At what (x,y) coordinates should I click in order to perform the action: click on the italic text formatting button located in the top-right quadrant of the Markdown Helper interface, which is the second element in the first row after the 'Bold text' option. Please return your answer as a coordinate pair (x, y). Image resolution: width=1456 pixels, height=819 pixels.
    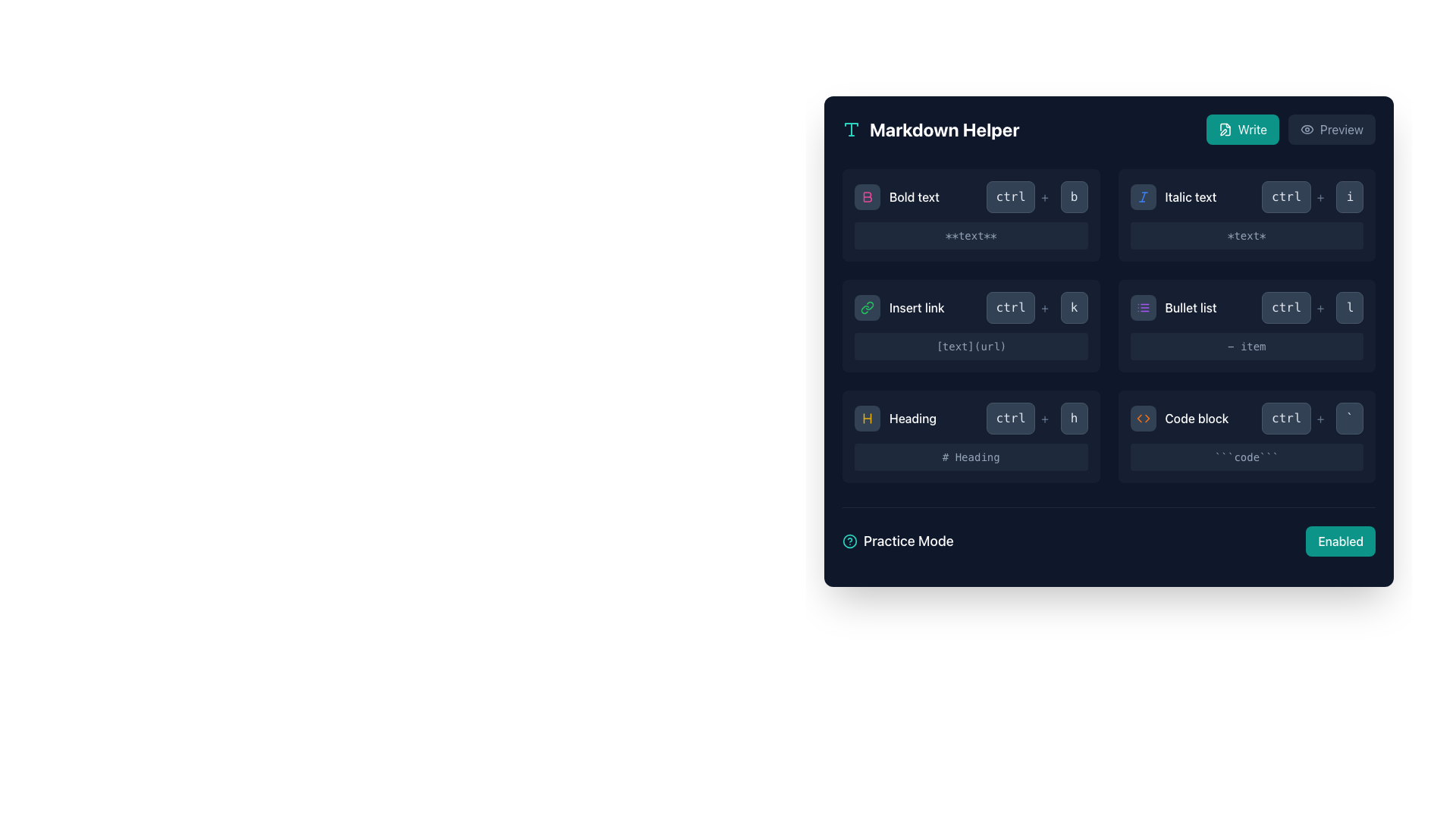
    Looking at the image, I should click on (1172, 196).